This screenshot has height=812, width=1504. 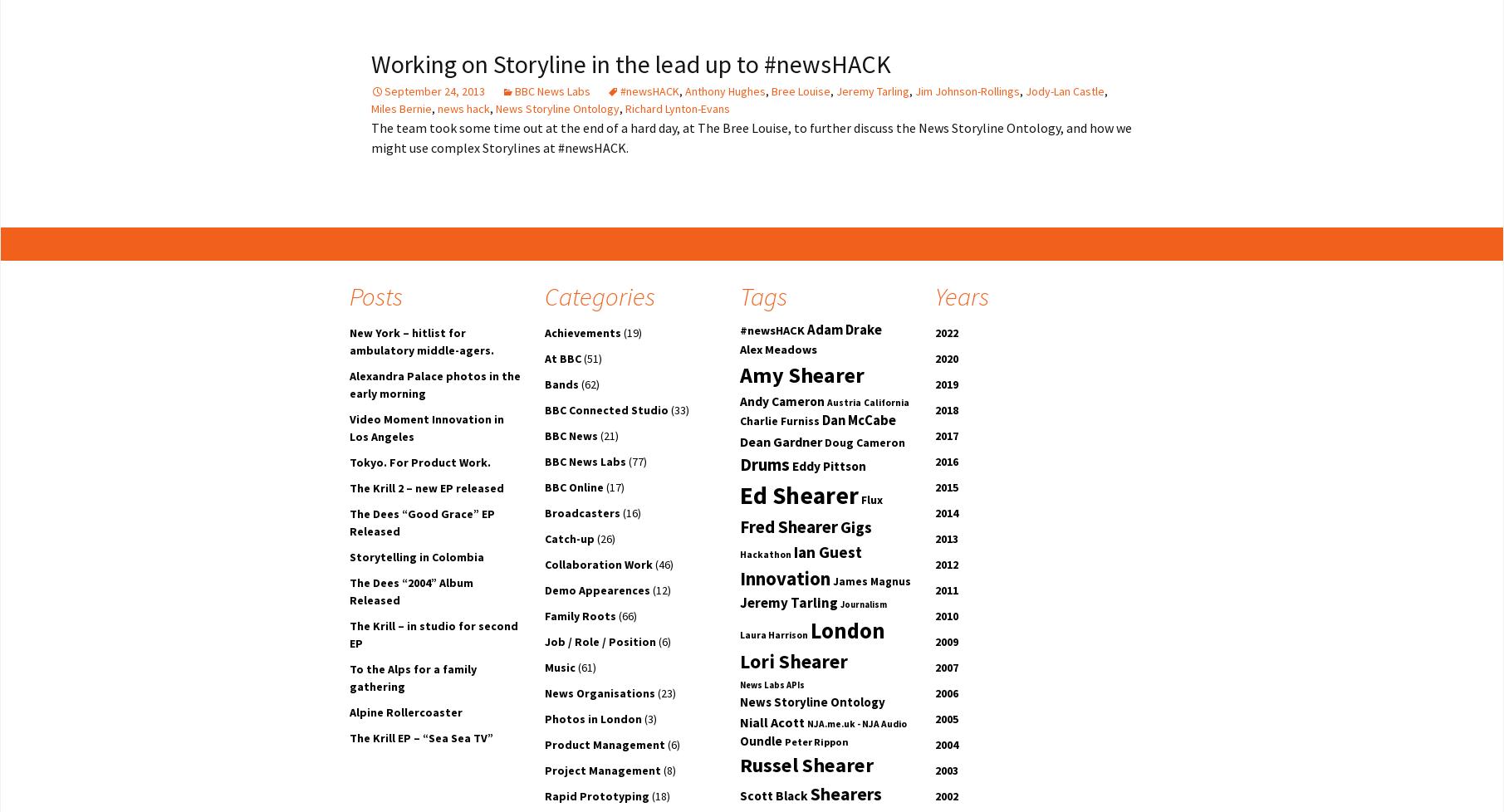 I want to click on 'News Storyline Ontology', so click(x=494, y=107).